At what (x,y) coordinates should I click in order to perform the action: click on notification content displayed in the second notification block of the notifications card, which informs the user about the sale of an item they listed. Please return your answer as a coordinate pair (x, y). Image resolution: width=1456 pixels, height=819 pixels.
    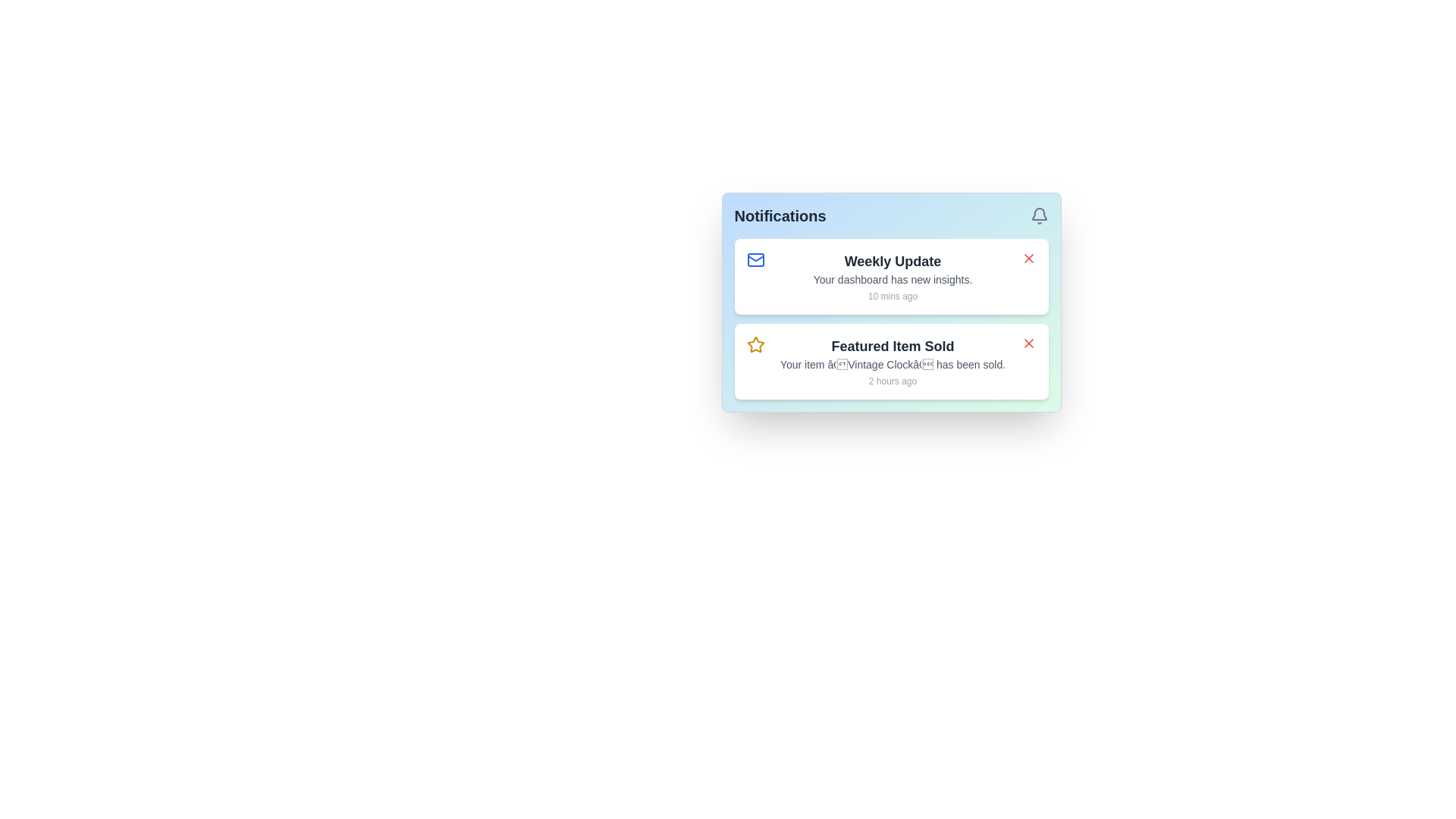
    Looking at the image, I should click on (893, 362).